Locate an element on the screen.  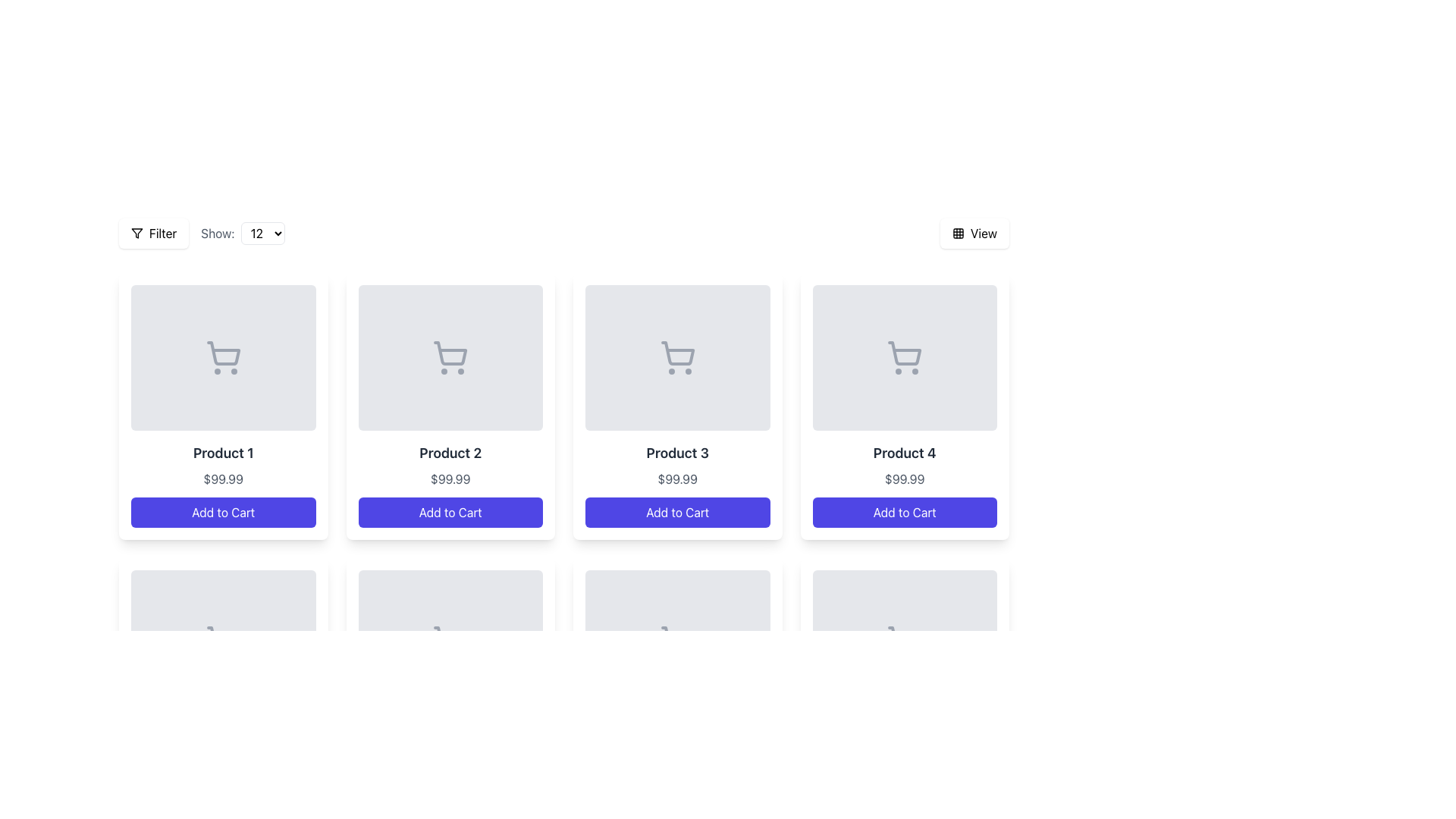
the text label displaying 'Show:' styled with gray-colored text, which is positioned to the left of a dropdown menu is located at coordinates (217, 234).